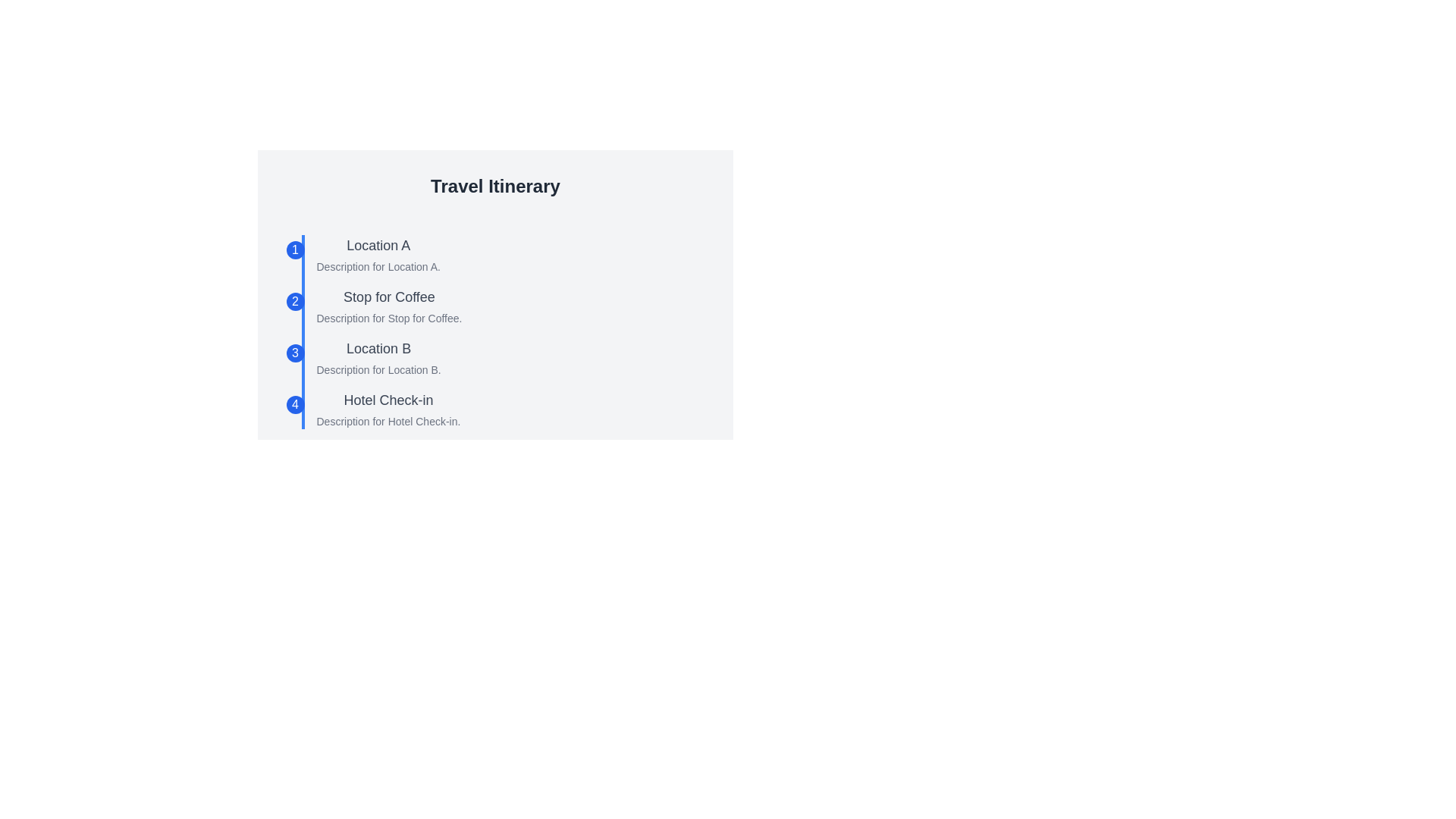 This screenshot has width=1456, height=819. I want to click on the interactive text label 'Stop for Coffee' which serves as a title in the timeline section, located under the second item between 'Location A' and 'Location B', so click(389, 297).